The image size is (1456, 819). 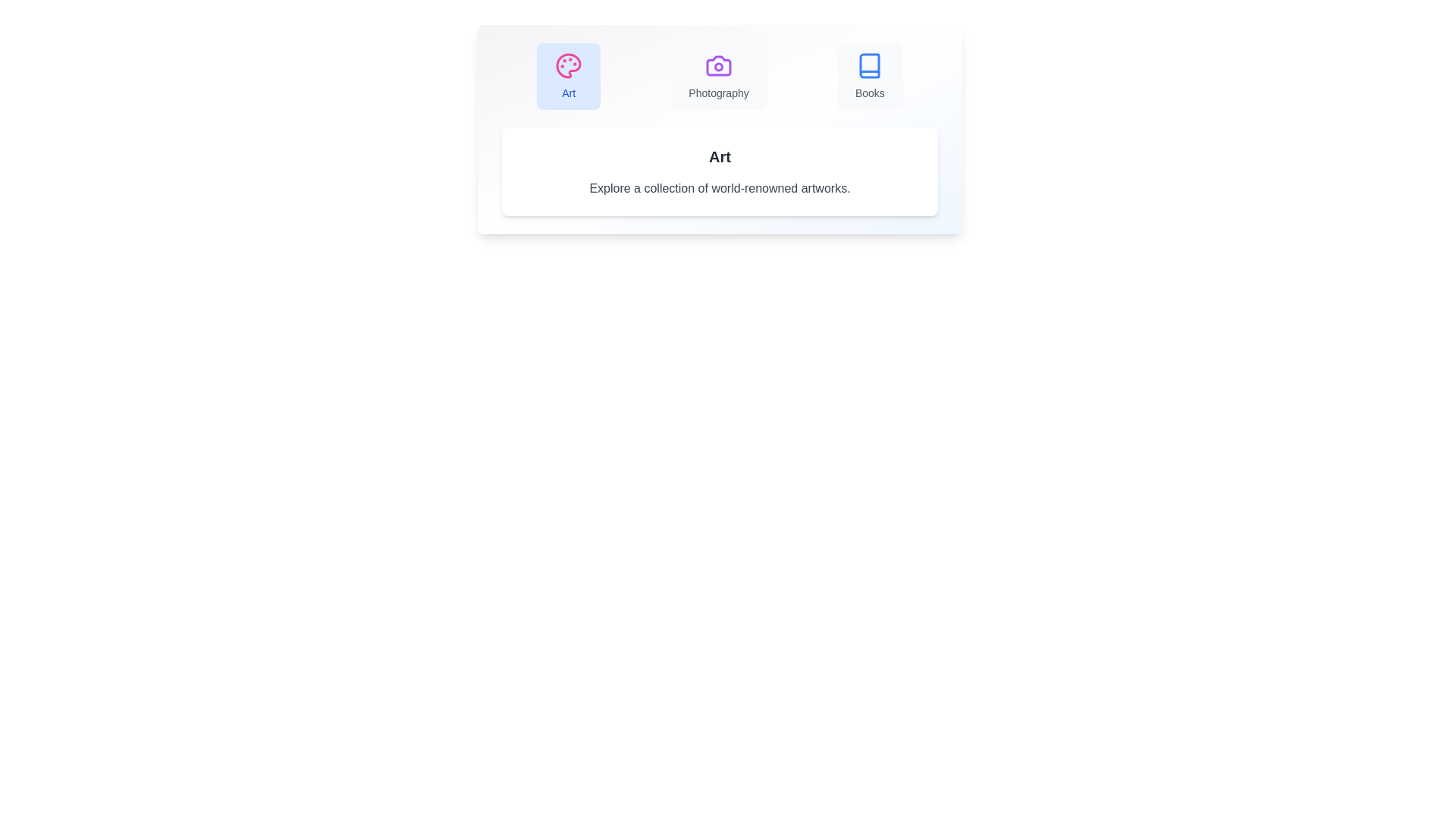 I want to click on the tab button labeled Books, so click(x=870, y=76).